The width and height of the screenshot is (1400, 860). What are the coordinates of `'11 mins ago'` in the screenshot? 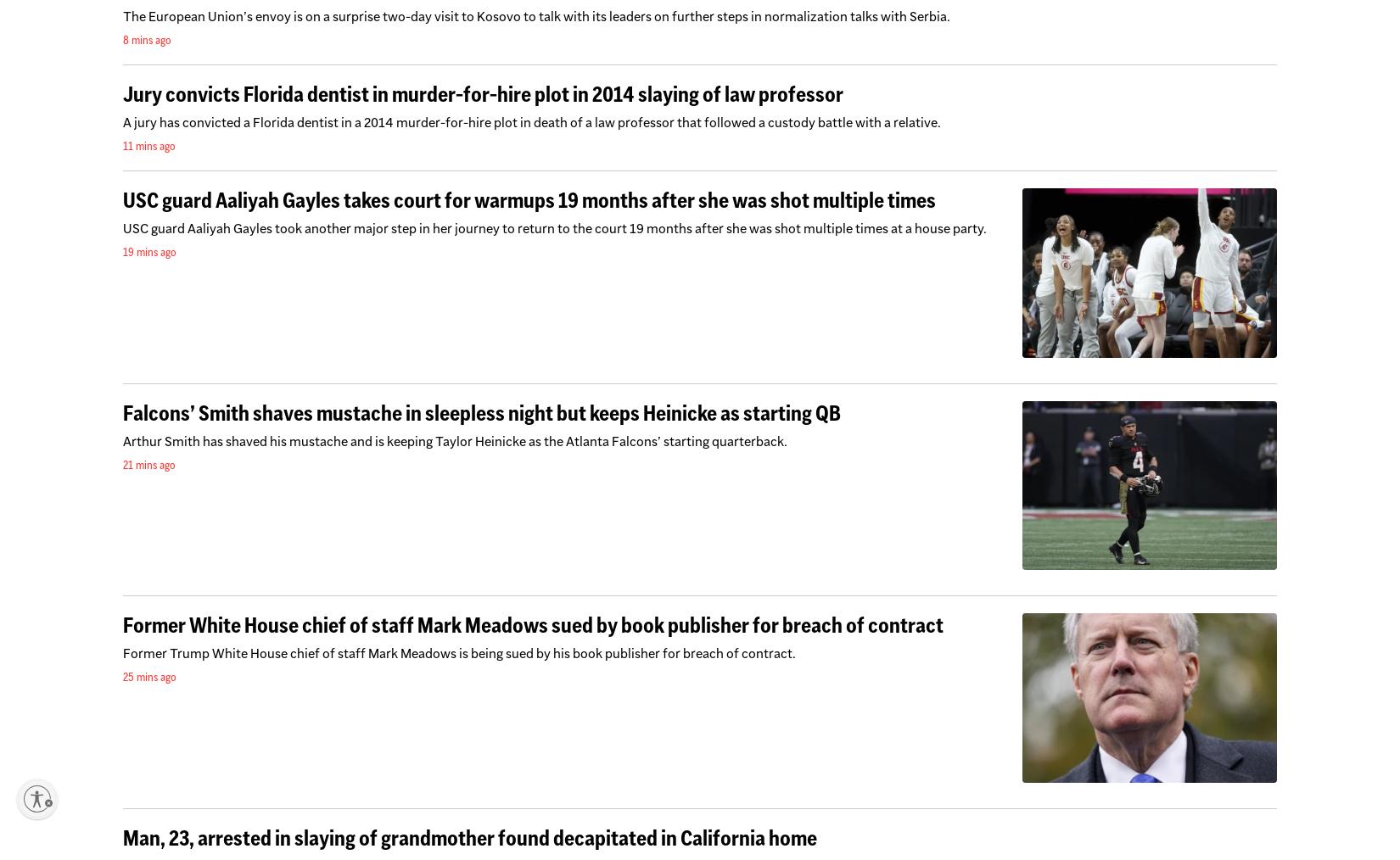 It's located at (149, 143).